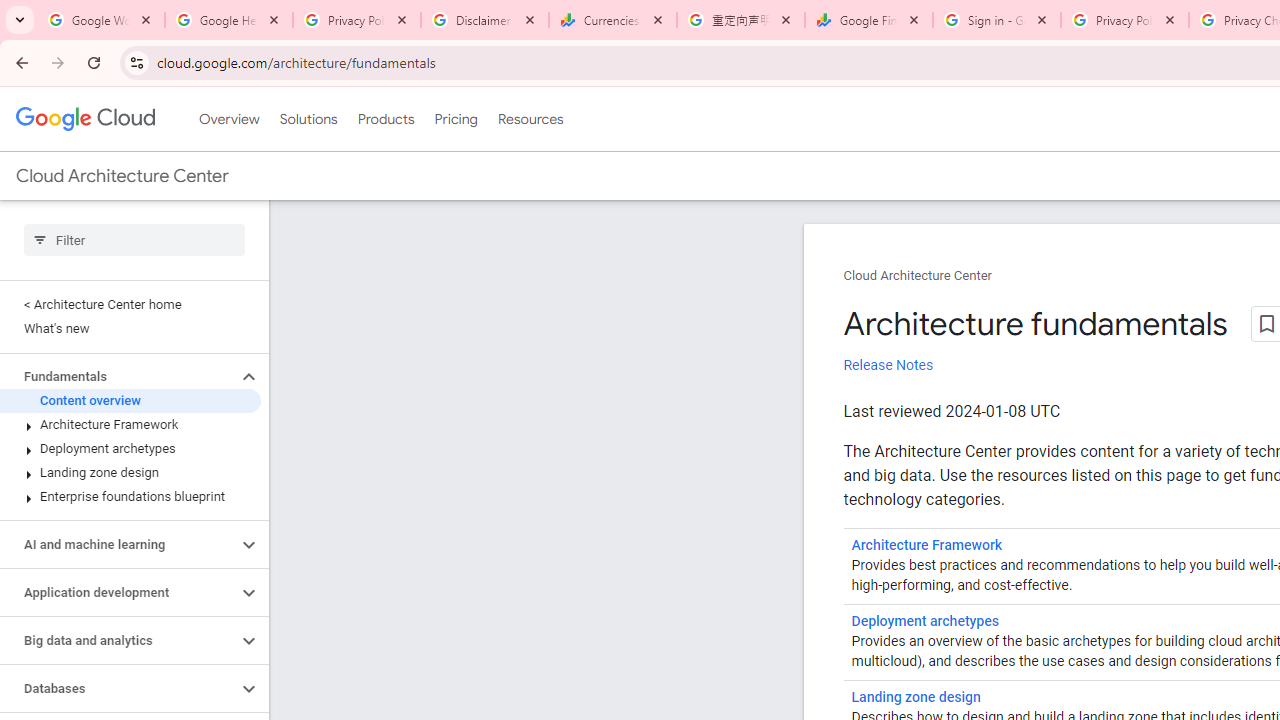  What do you see at coordinates (117, 641) in the screenshot?
I see `'Big data and analytics'` at bounding box center [117, 641].